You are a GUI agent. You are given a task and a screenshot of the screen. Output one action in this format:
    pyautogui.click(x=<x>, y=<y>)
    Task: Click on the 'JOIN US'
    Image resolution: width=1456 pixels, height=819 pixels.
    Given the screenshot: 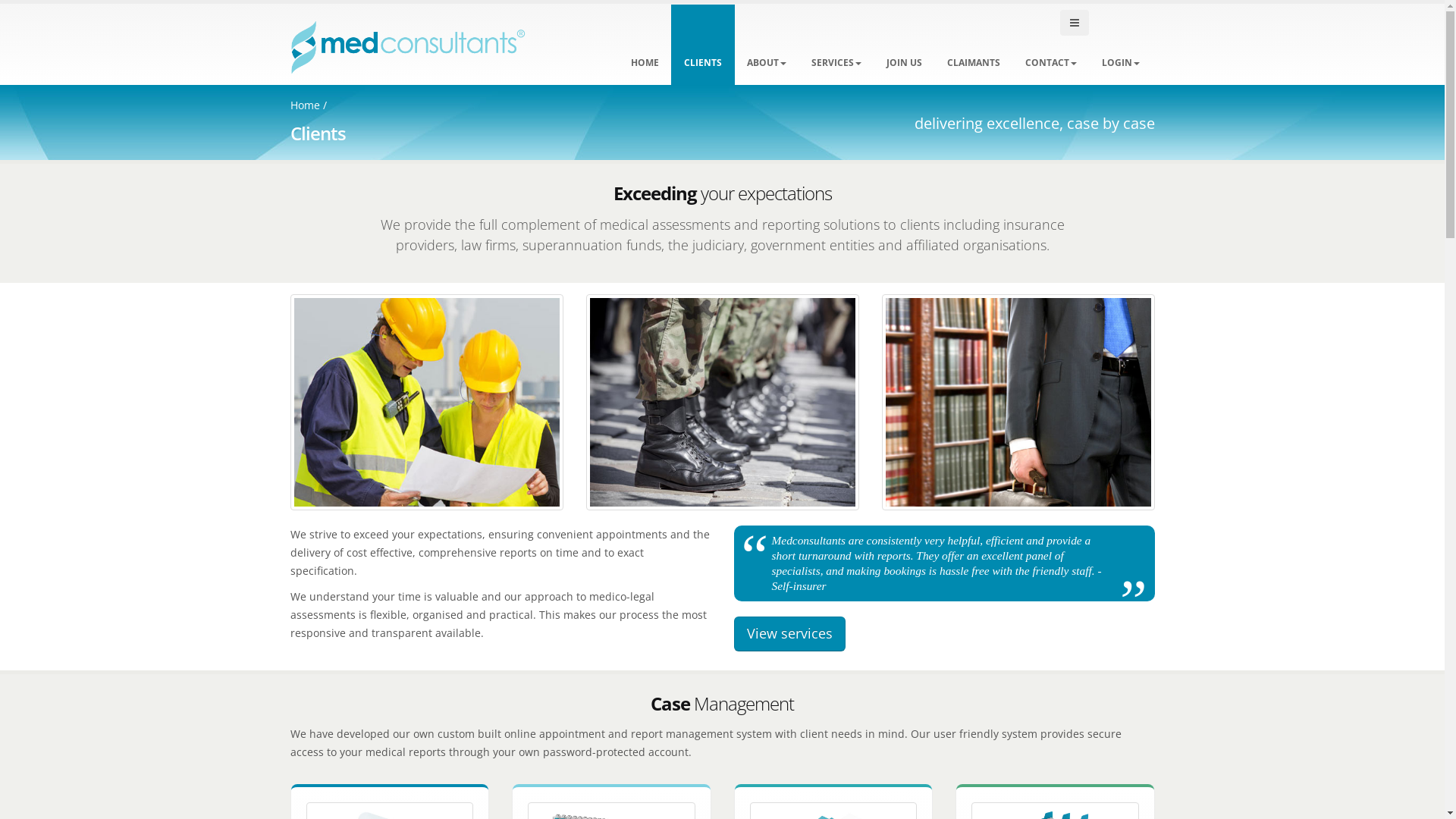 What is the action you would take?
    pyautogui.click(x=904, y=44)
    